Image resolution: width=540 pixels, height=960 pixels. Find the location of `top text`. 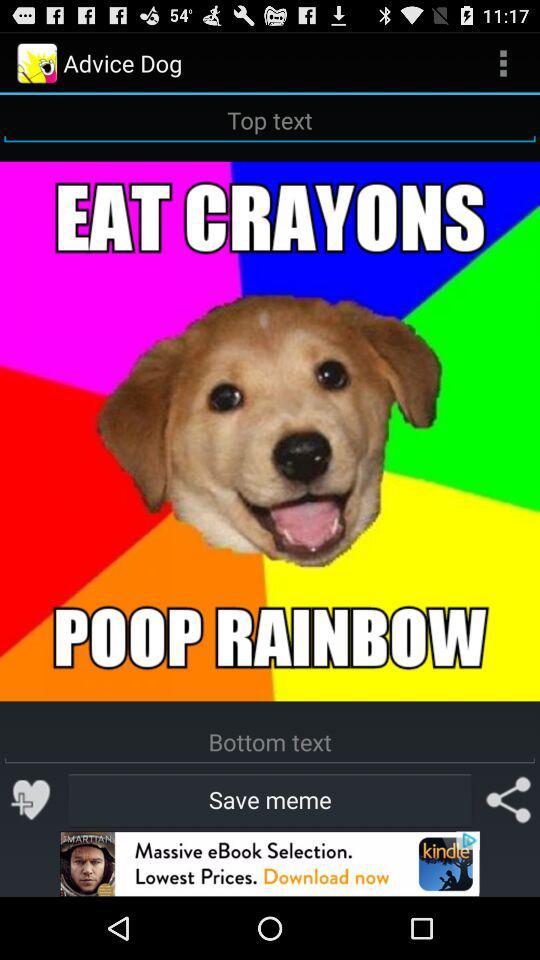

top text is located at coordinates (270, 120).